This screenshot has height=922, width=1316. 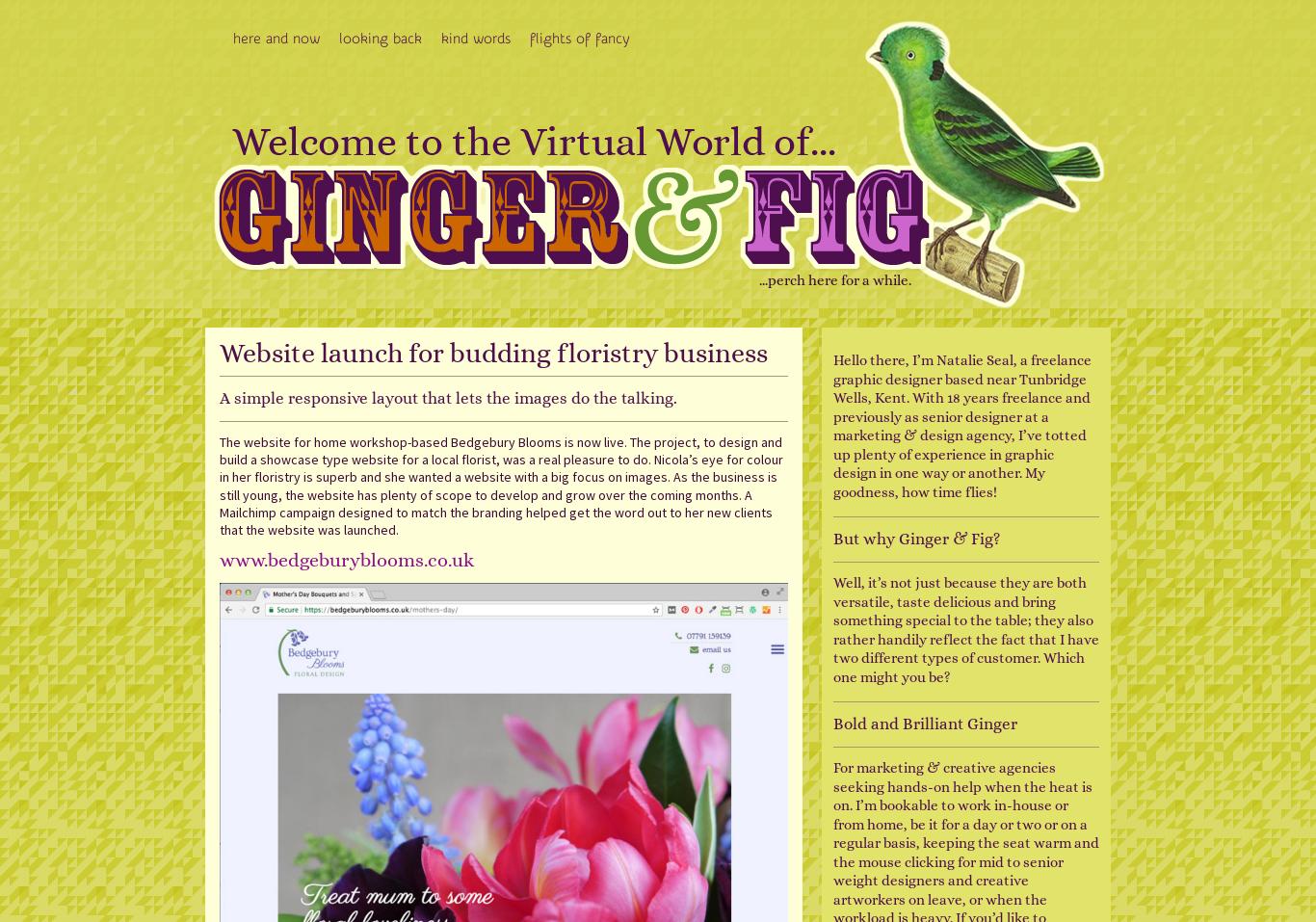 I want to click on 'flights of fancy', so click(x=578, y=38).